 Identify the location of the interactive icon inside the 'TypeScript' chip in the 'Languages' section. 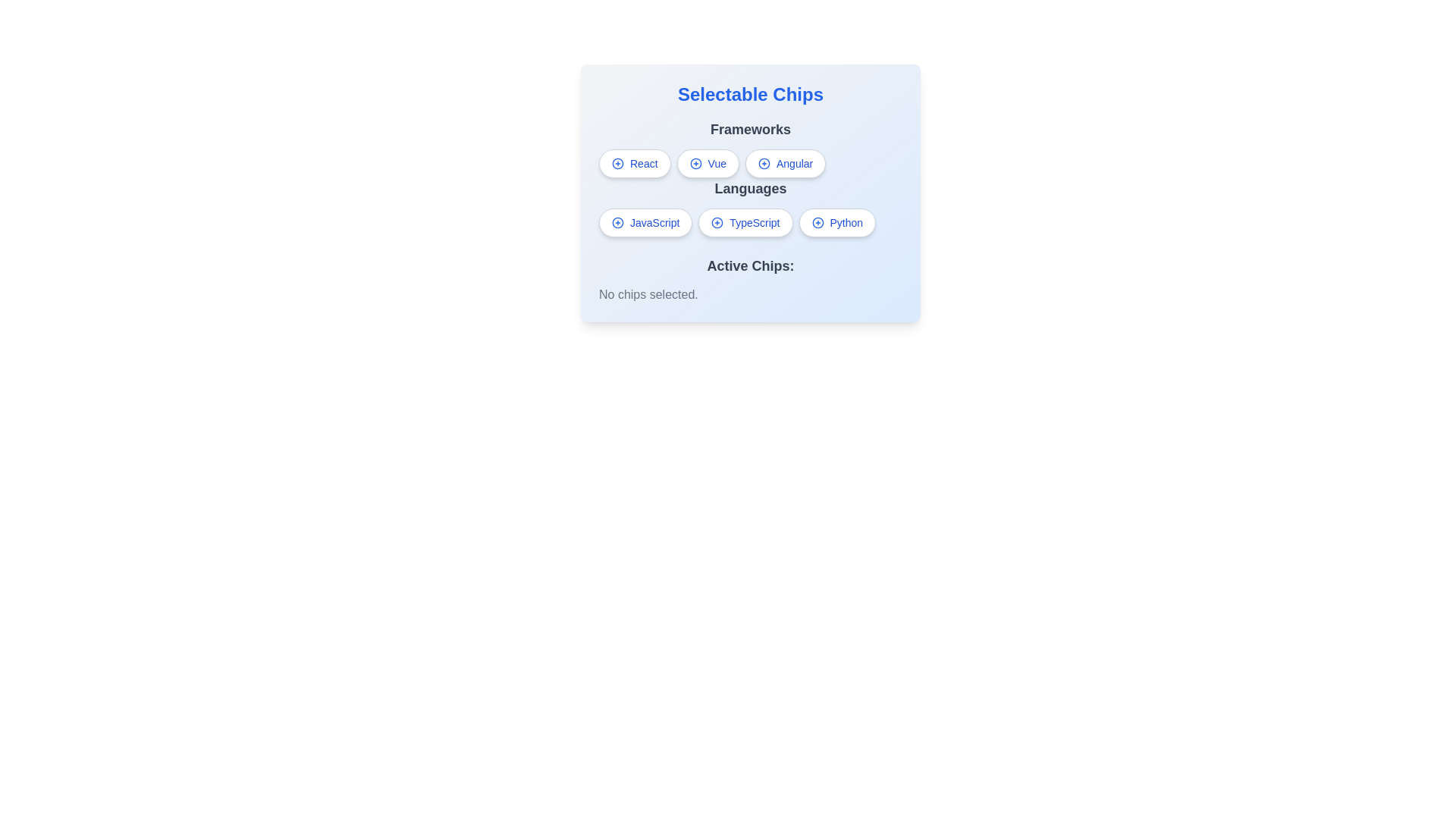
(717, 222).